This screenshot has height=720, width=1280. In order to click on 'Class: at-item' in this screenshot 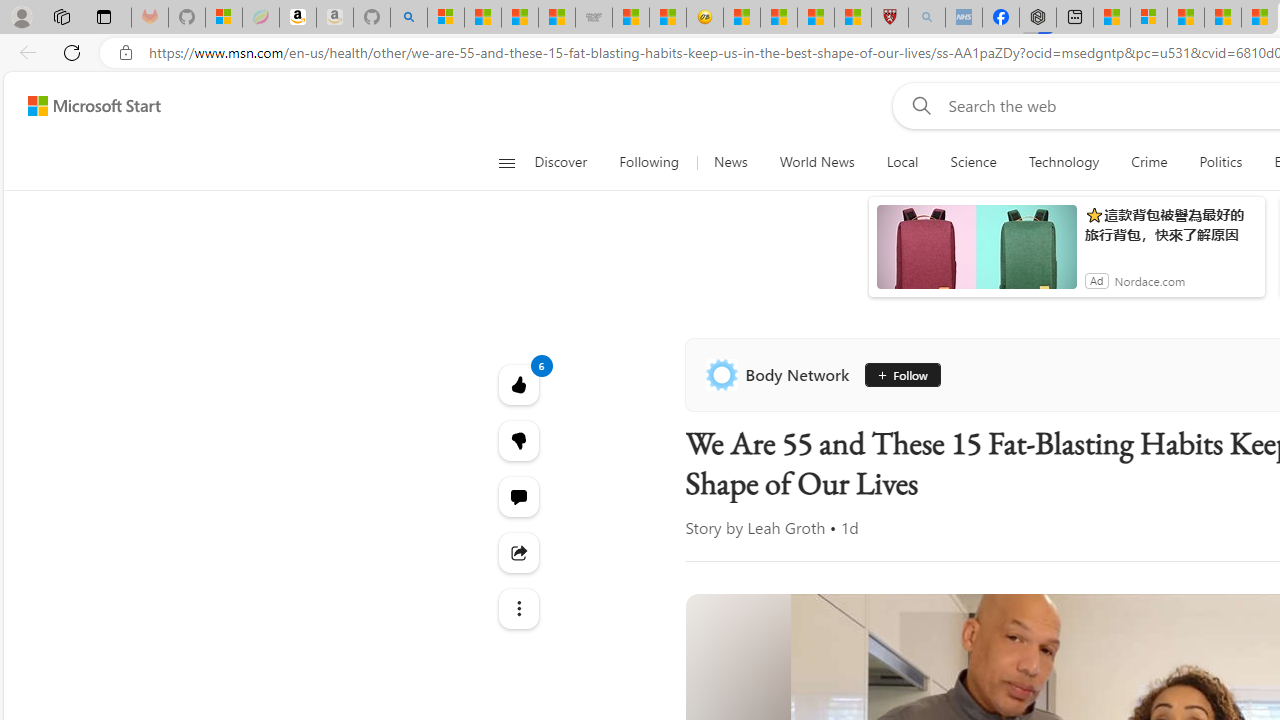, I will do `click(518, 608)`.